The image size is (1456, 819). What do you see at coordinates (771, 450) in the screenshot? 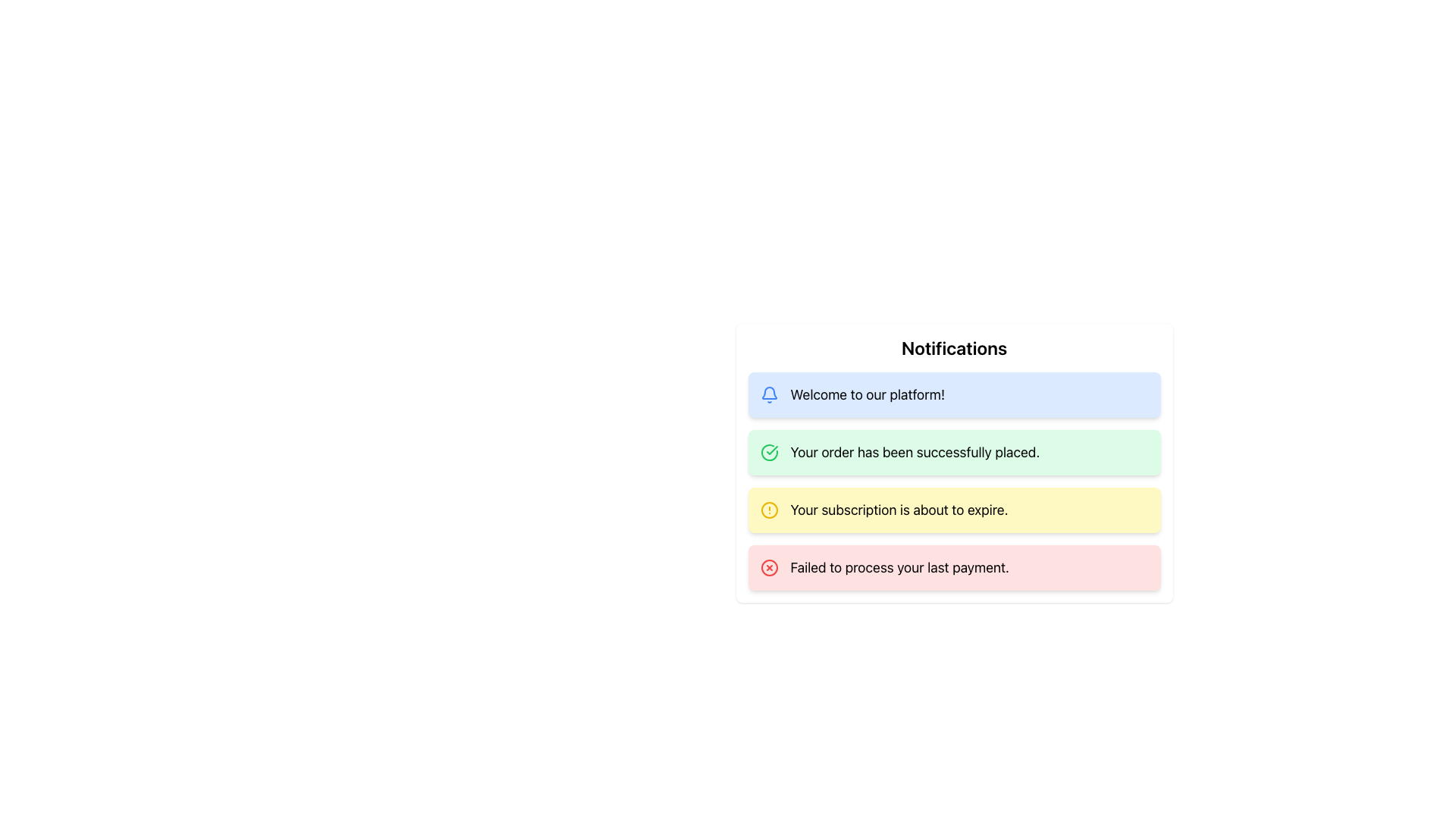
I see `the green checkmark icon located in the second notification item labeled 'Your order has been successfully placed'` at bounding box center [771, 450].